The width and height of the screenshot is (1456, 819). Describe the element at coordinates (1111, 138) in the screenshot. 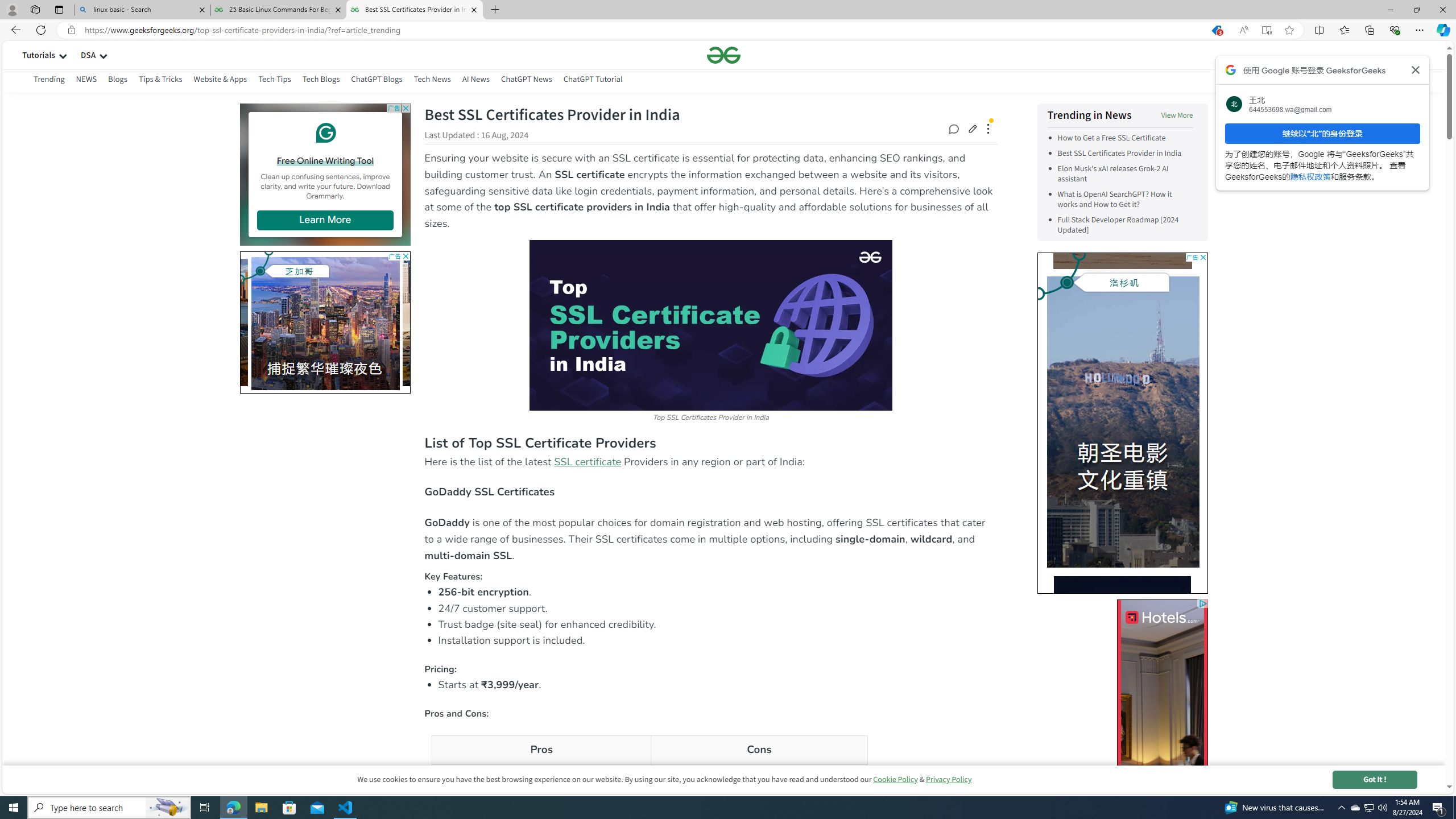

I see `'How to Get a Free SSL Certificate'` at that location.